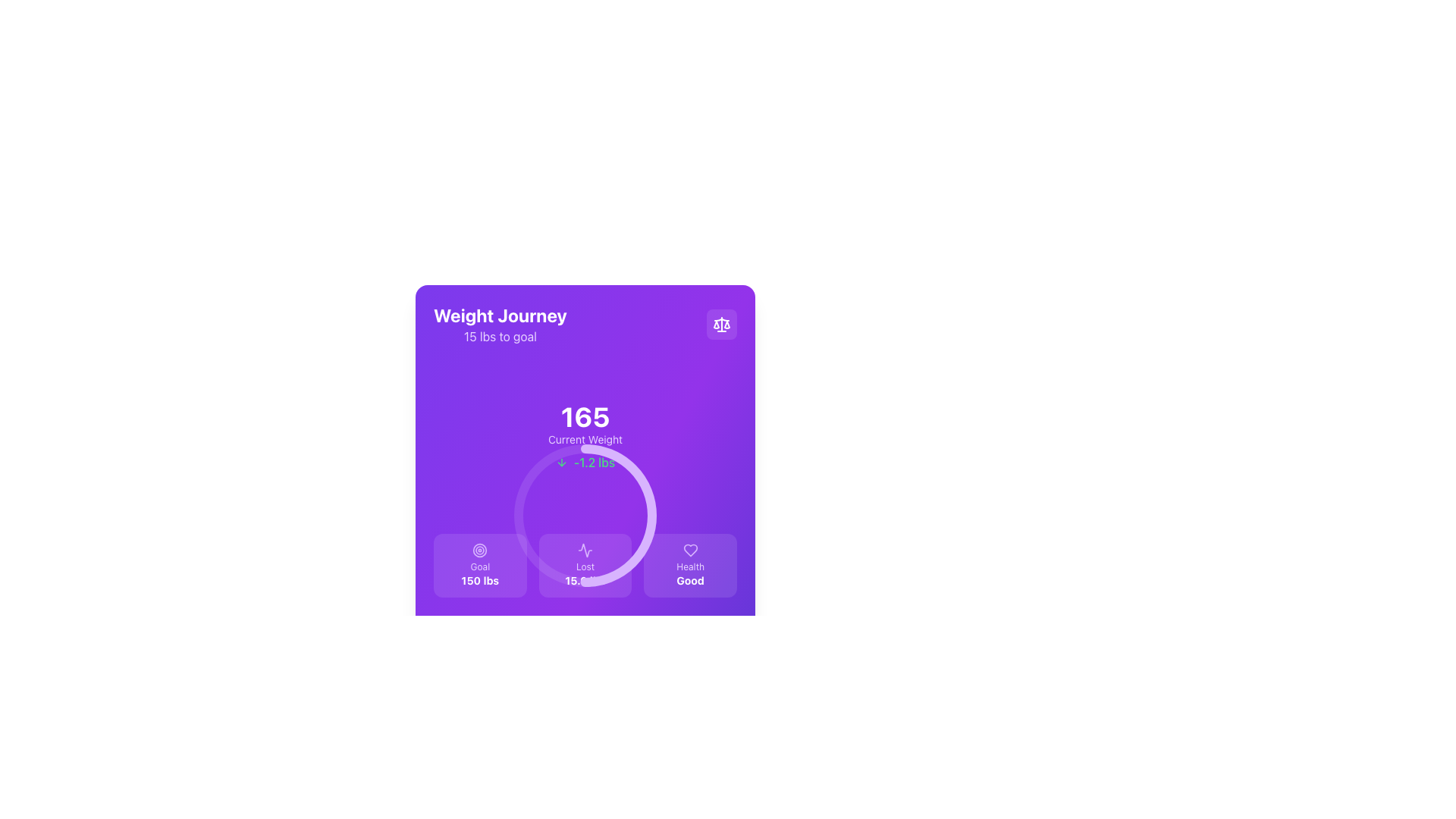 This screenshot has height=819, width=1456. What do you see at coordinates (479, 550) in the screenshot?
I see `the circular icon composed of concentric circles in the 'Goal 150 lbs' card` at bounding box center [479, 550].